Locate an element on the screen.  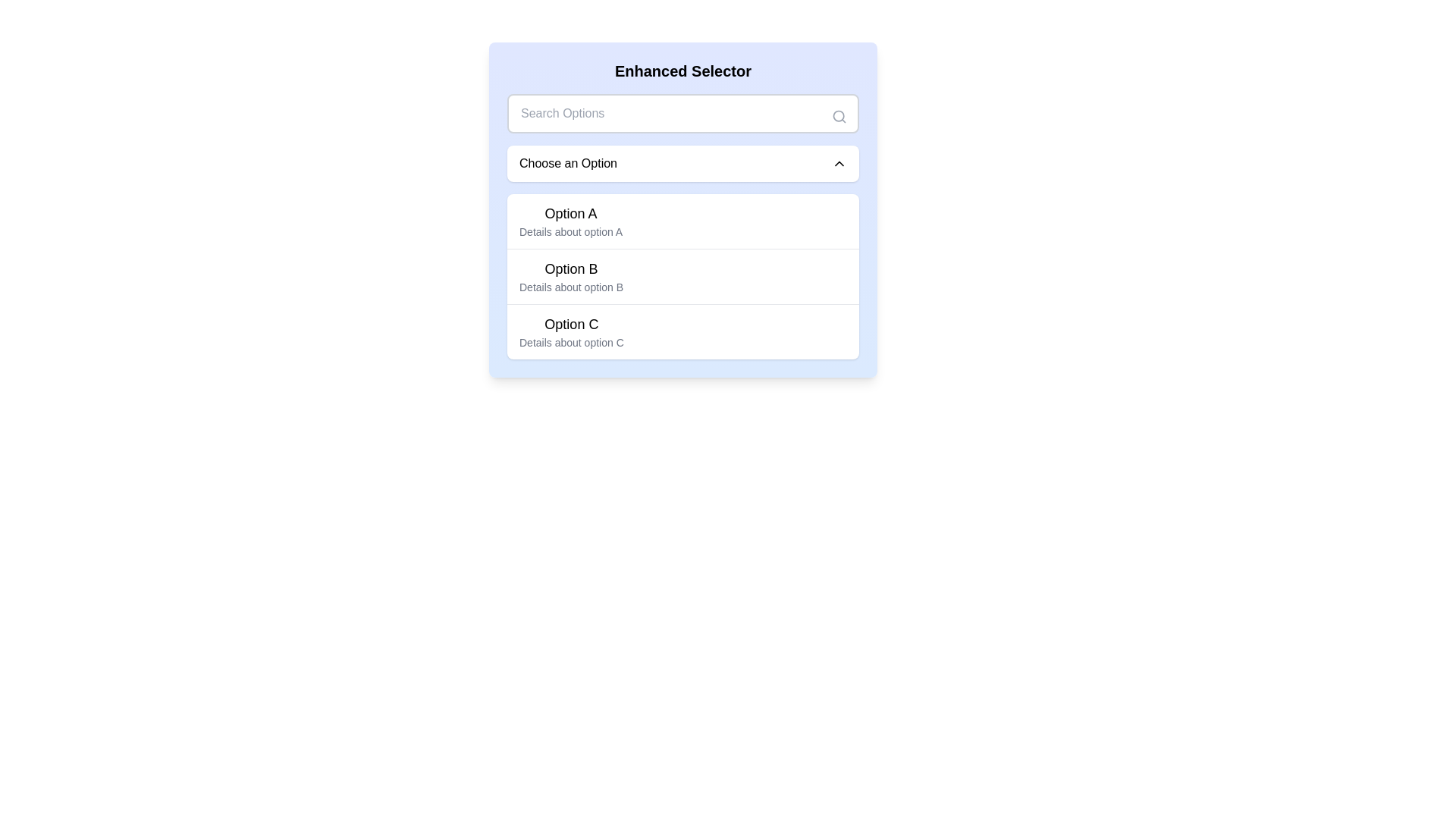
the selectable option labeled 'Option C' in the dropdown menu is located at coordinates (682, 331).